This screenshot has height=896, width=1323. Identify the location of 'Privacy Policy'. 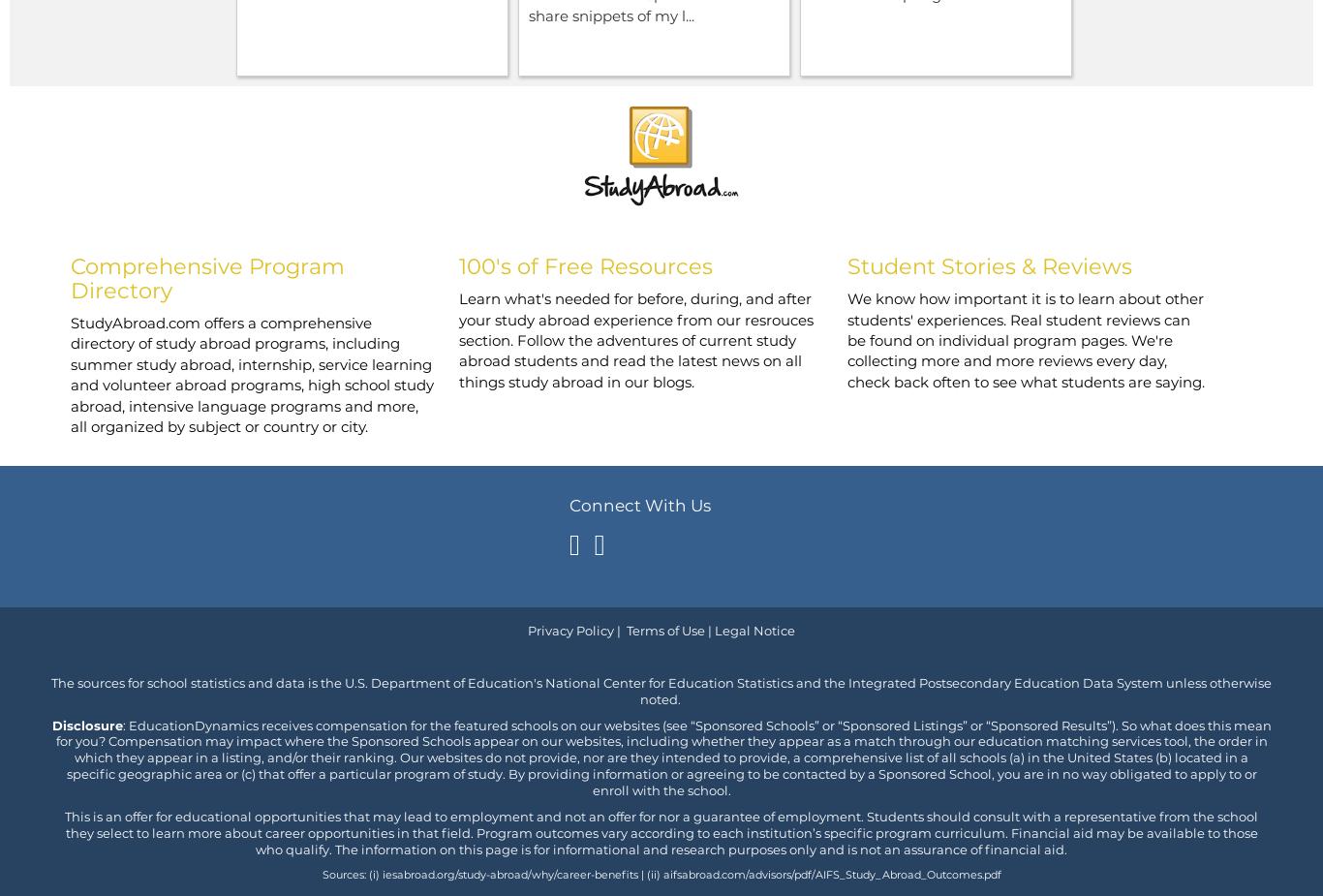
(569, 629).